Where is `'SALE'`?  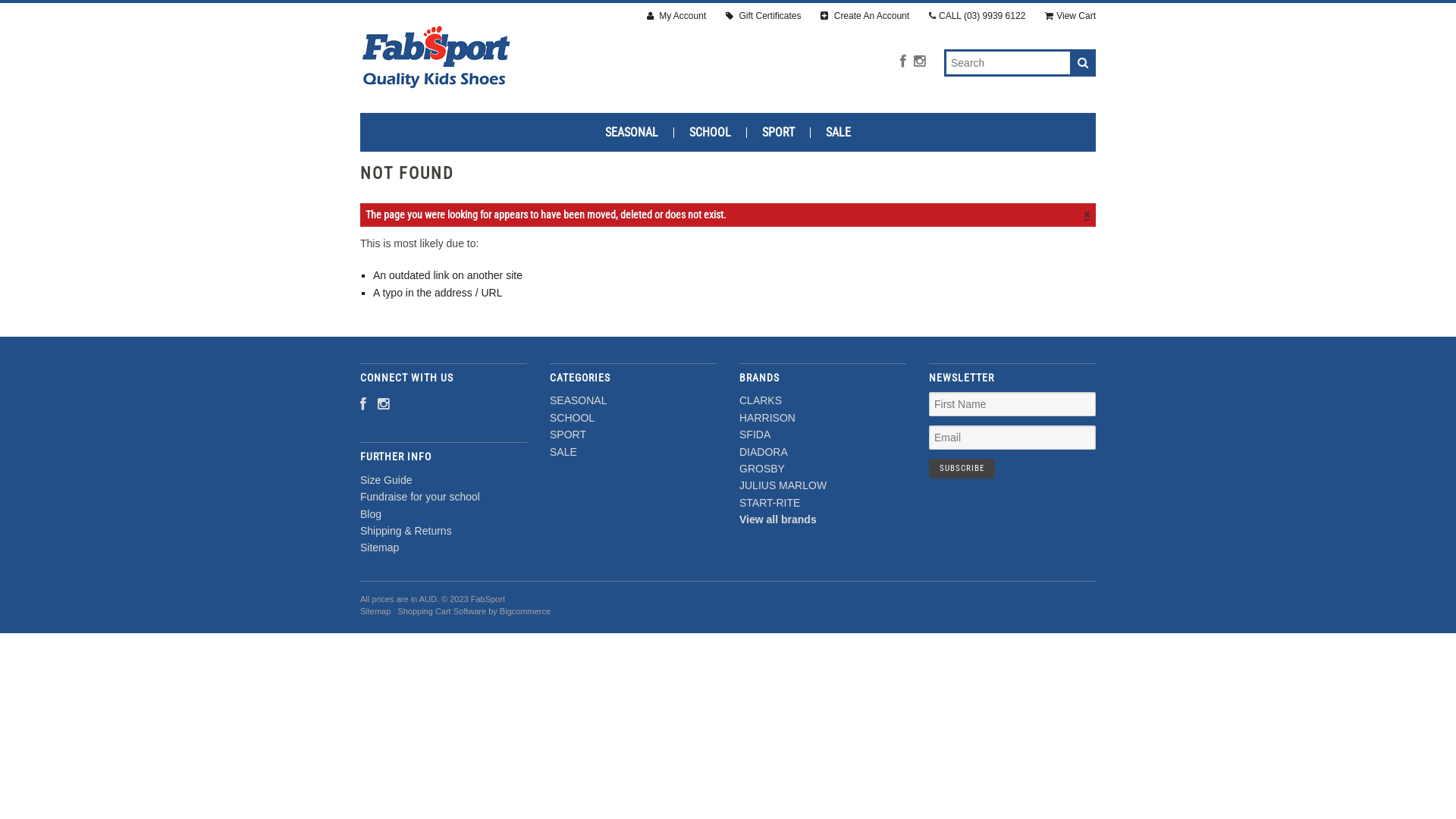
'SALE' is located at coordinates (563, 451).